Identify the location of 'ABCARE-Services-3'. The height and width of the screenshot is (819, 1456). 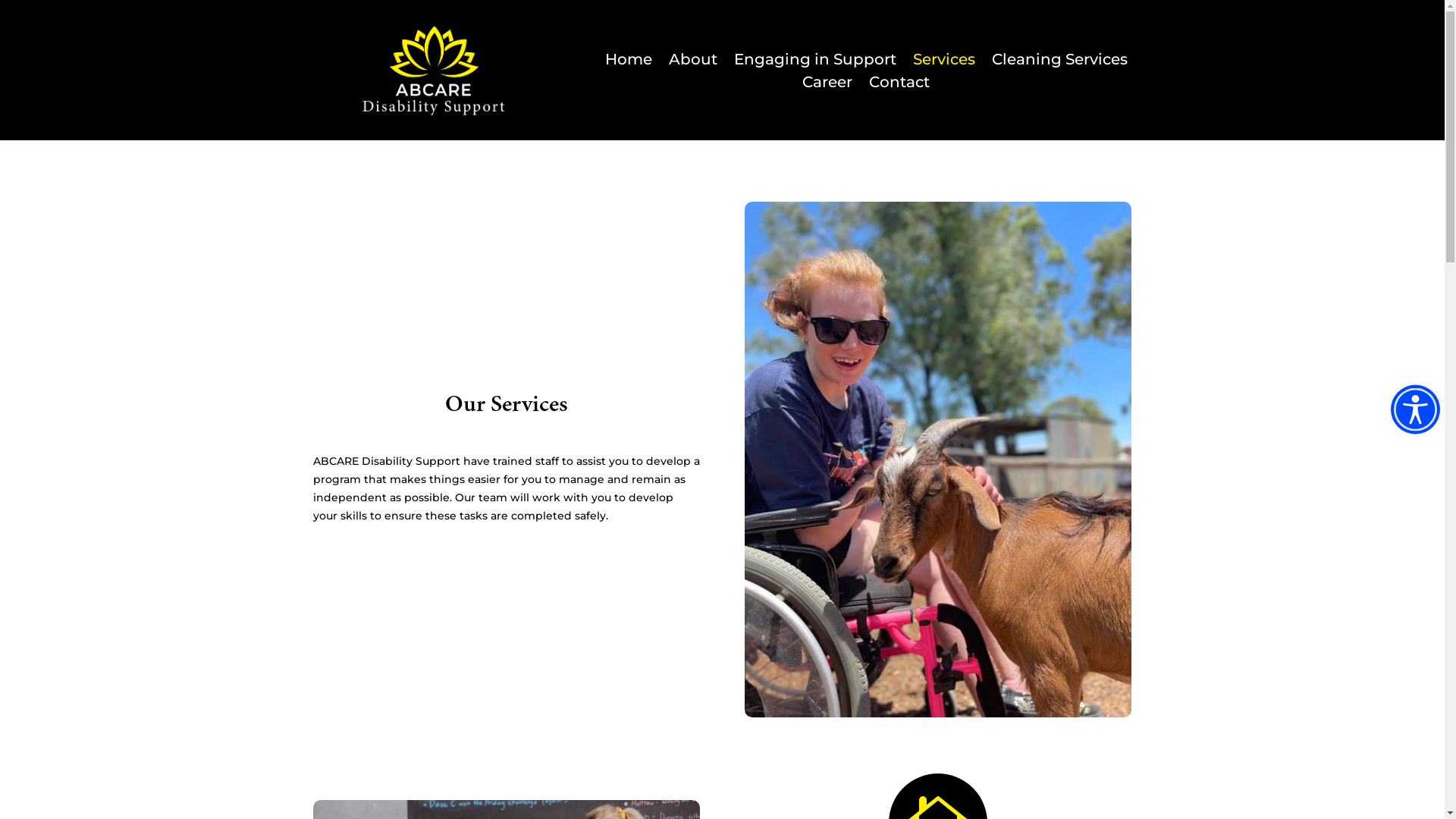
(745, 458).